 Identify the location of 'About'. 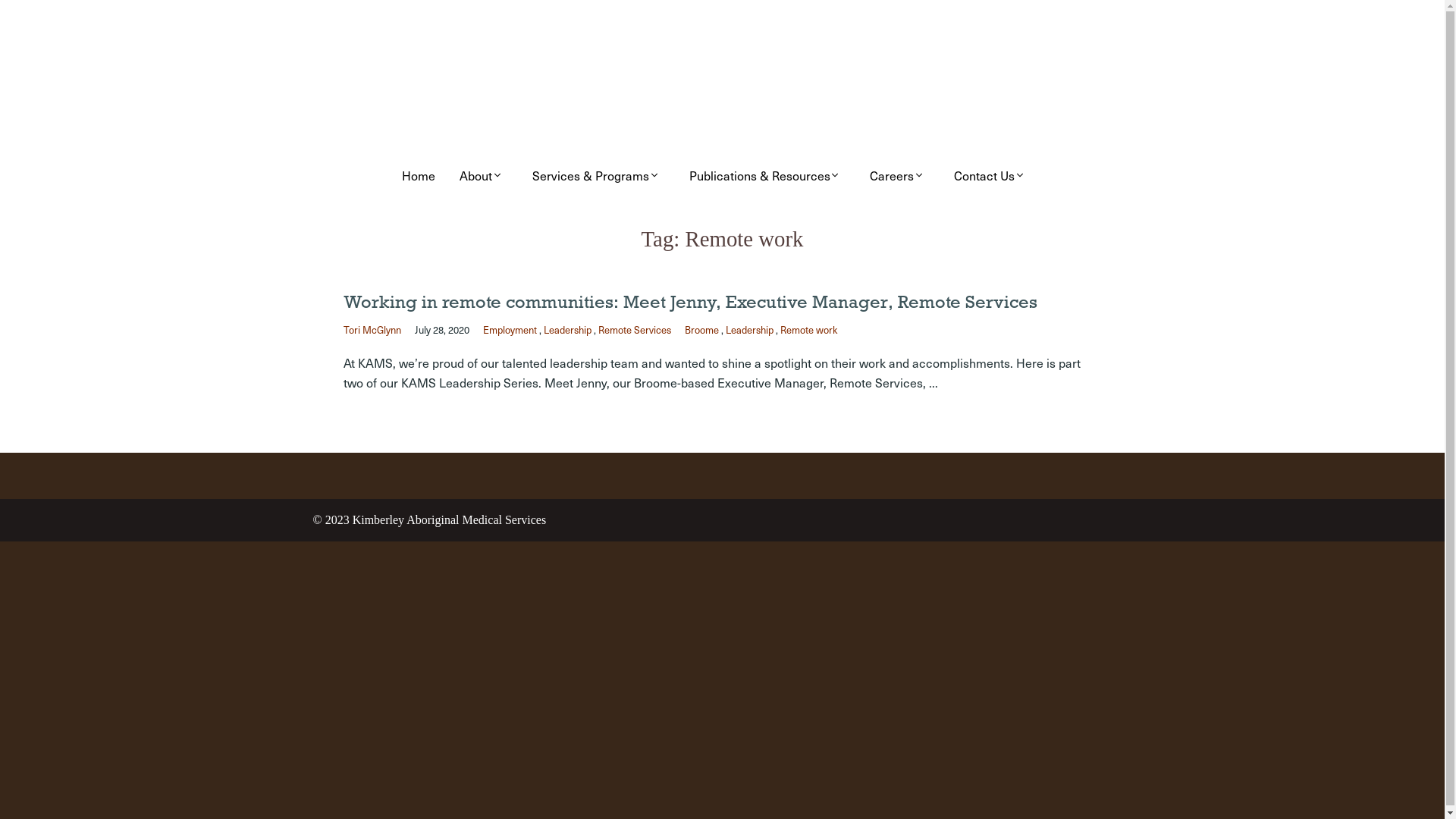
(483, 174).